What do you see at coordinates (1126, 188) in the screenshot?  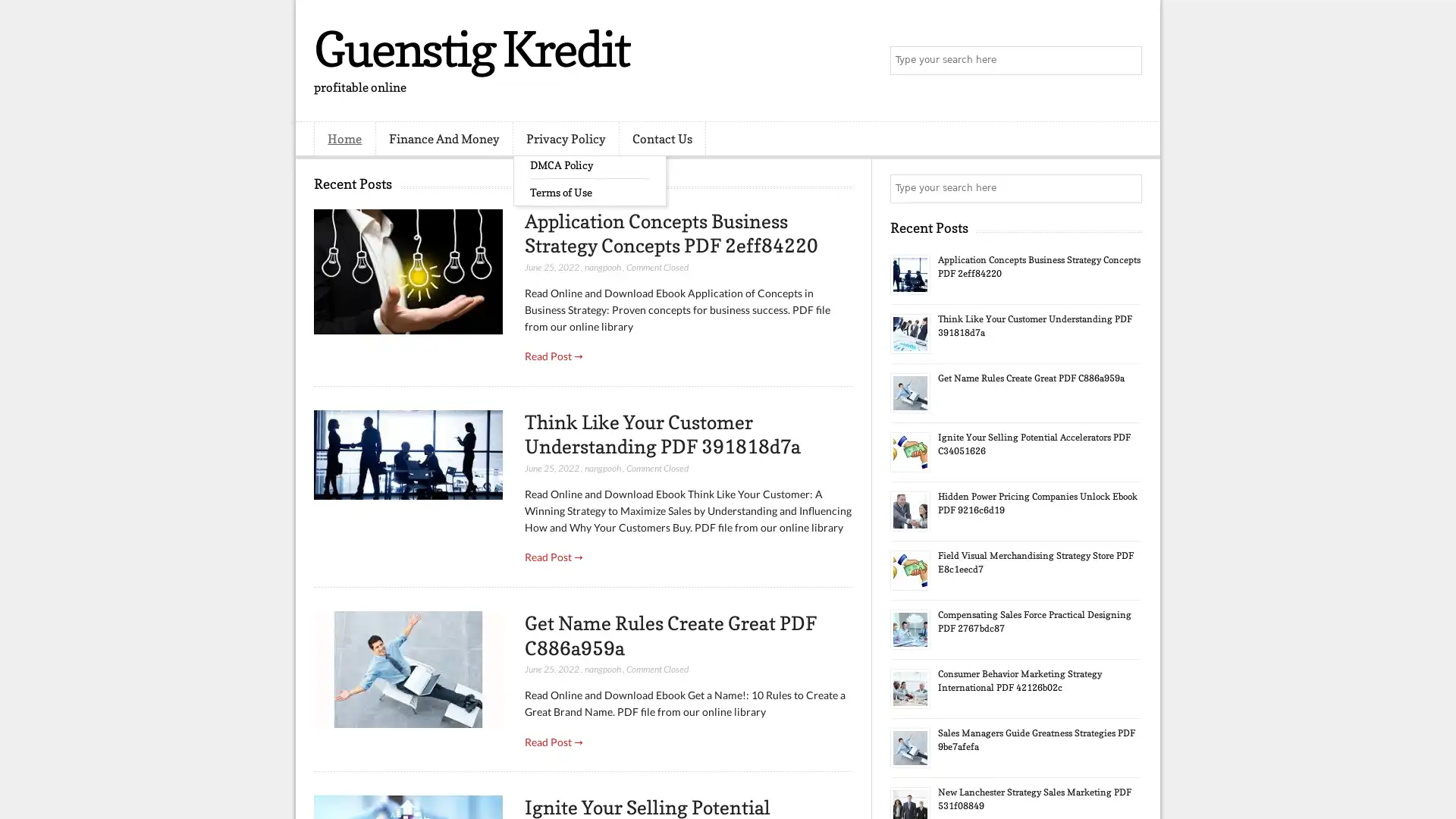 I see `Search` at bounding box center [1126, 188].